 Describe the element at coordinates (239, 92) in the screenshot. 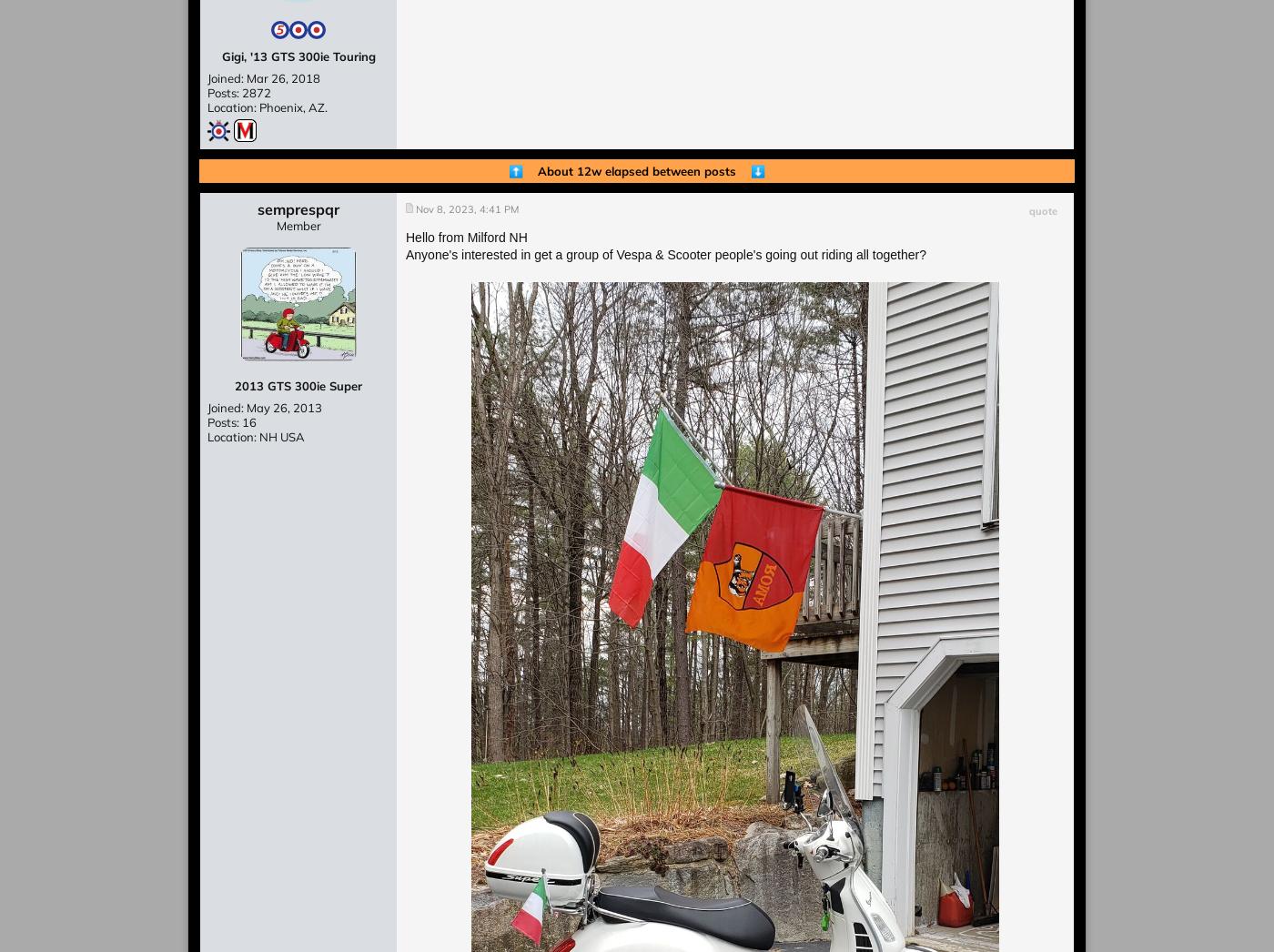

I see `'Posts: 2872'` at that location.